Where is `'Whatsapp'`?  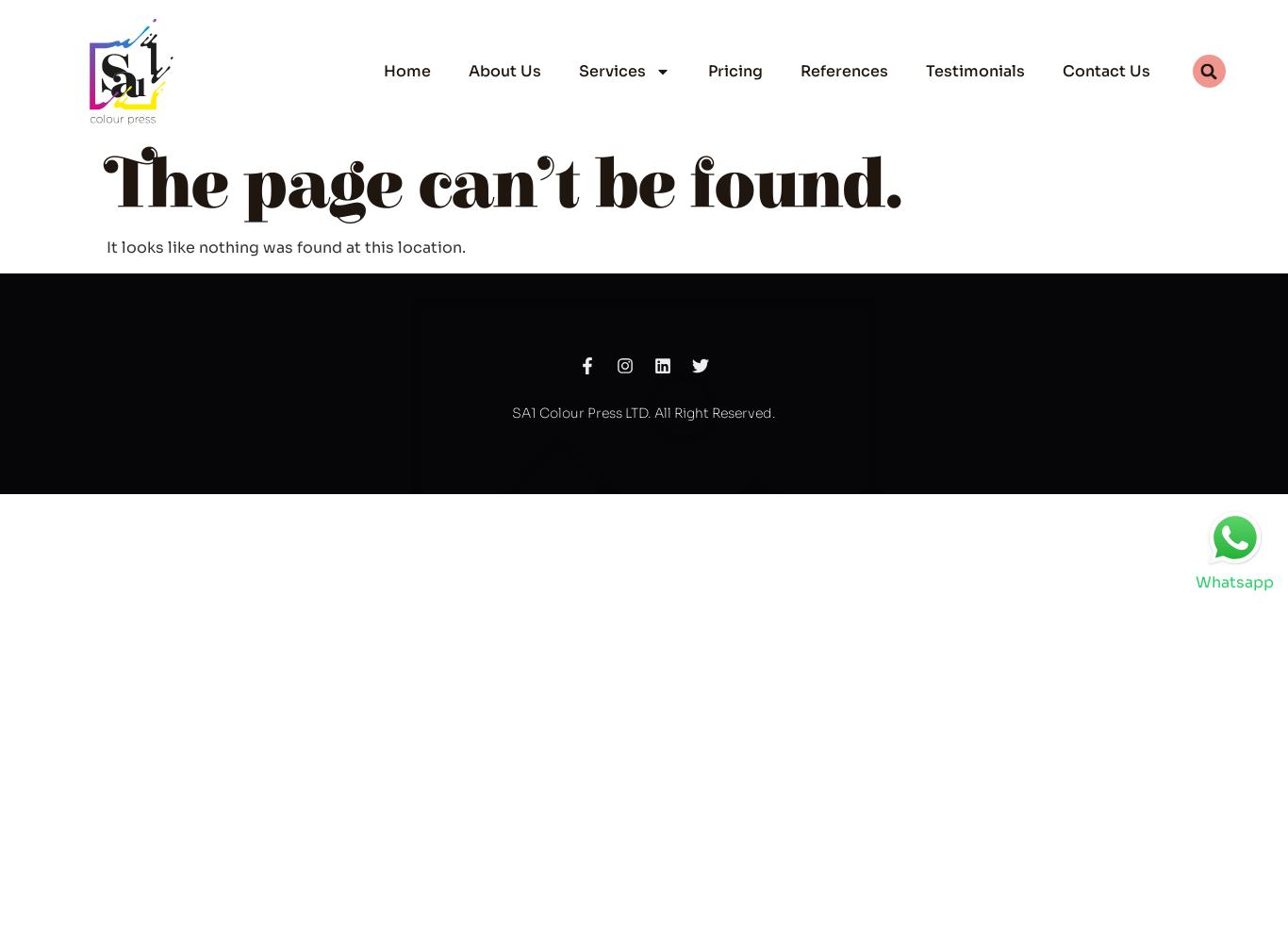
'Whatsapp' is located at coordinates (1195, 581).